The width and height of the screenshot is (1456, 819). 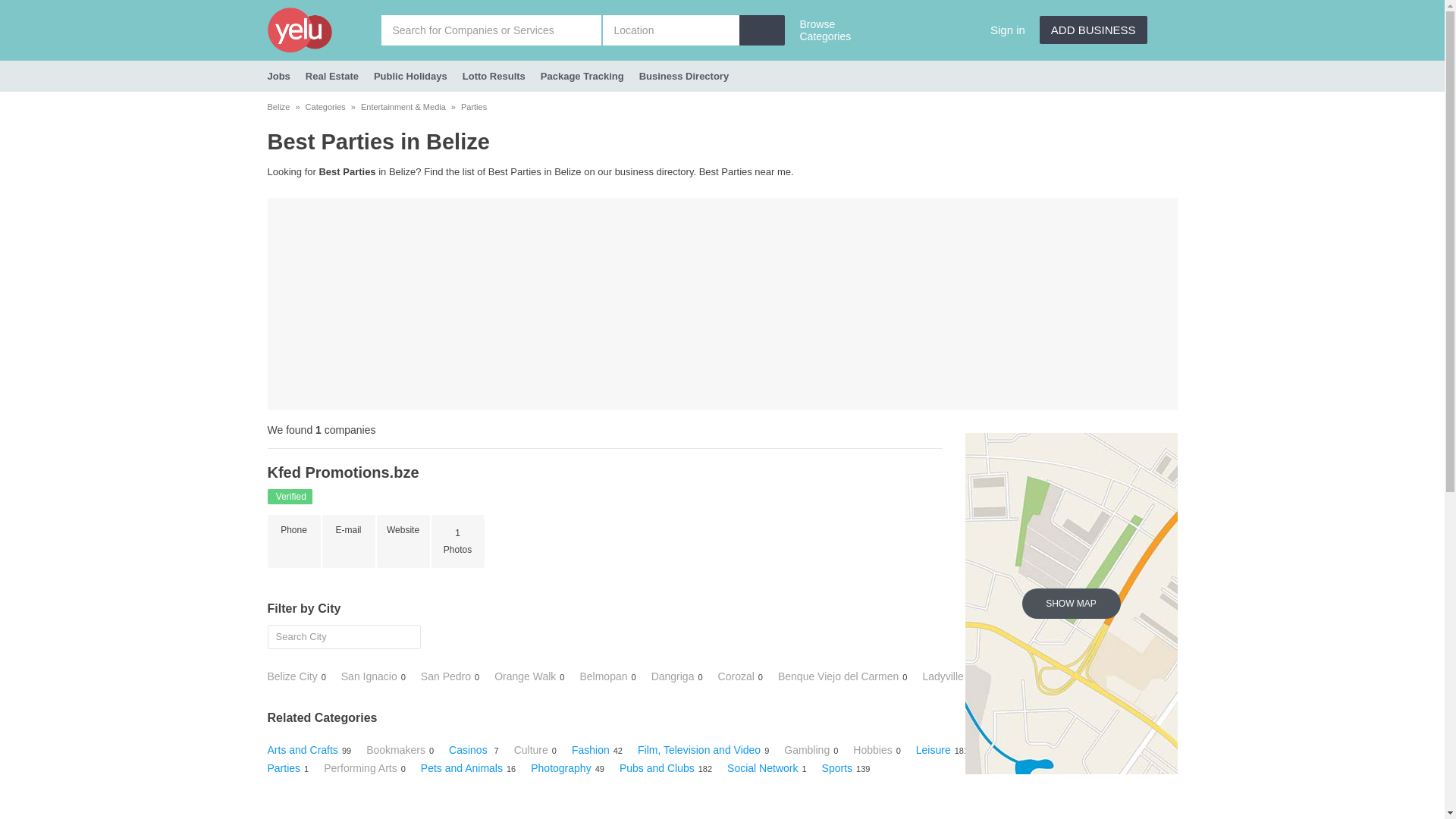 What do you see at coordinates (472, 106) in the screenshot?
I see `'Parties'` at bounding box center [472, 106].